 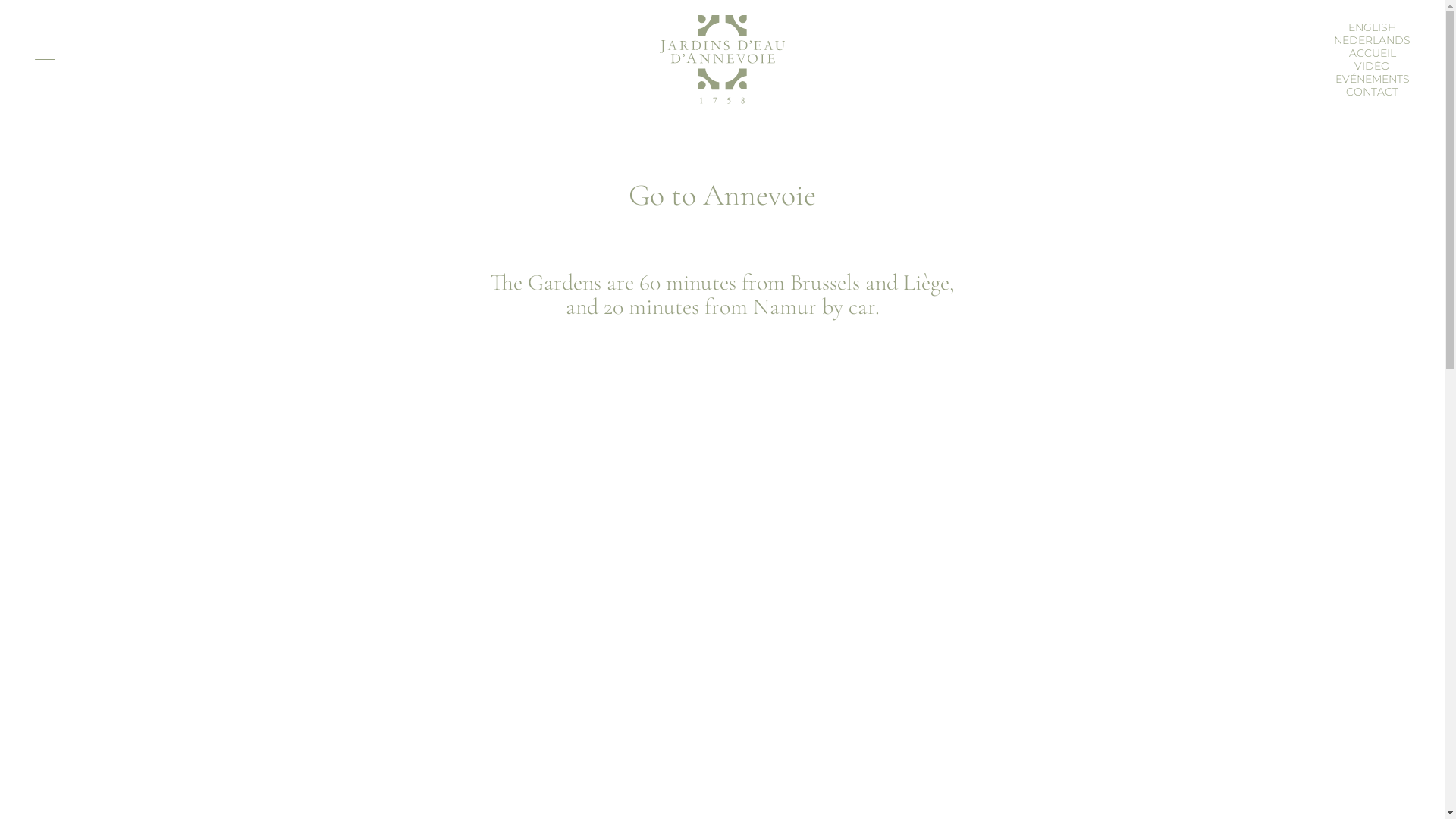 I want to click on 'CONTACT', so click(x=1372, y=91).